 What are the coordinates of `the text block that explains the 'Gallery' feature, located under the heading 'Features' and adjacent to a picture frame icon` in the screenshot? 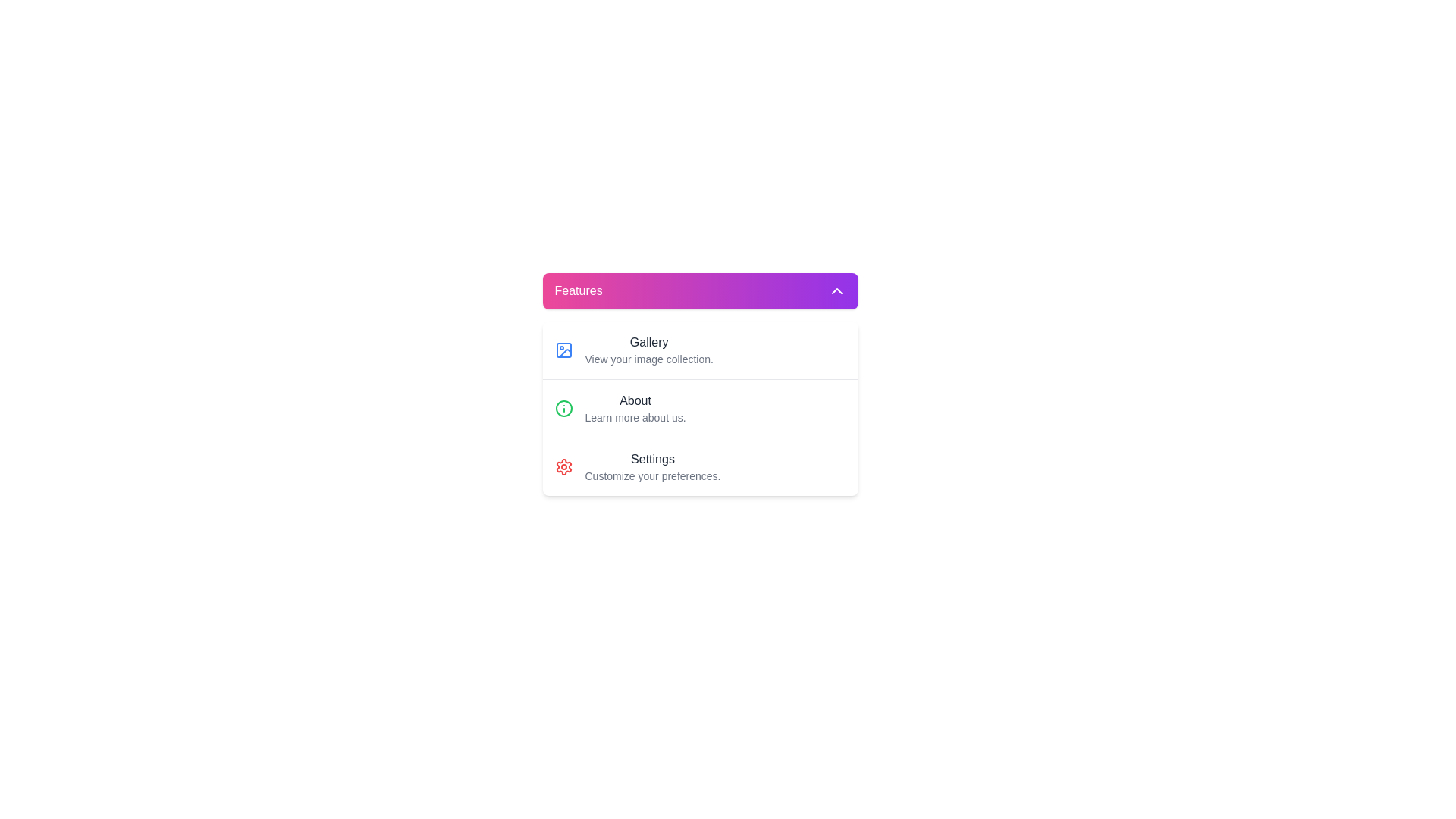 It's located at (649, 350).